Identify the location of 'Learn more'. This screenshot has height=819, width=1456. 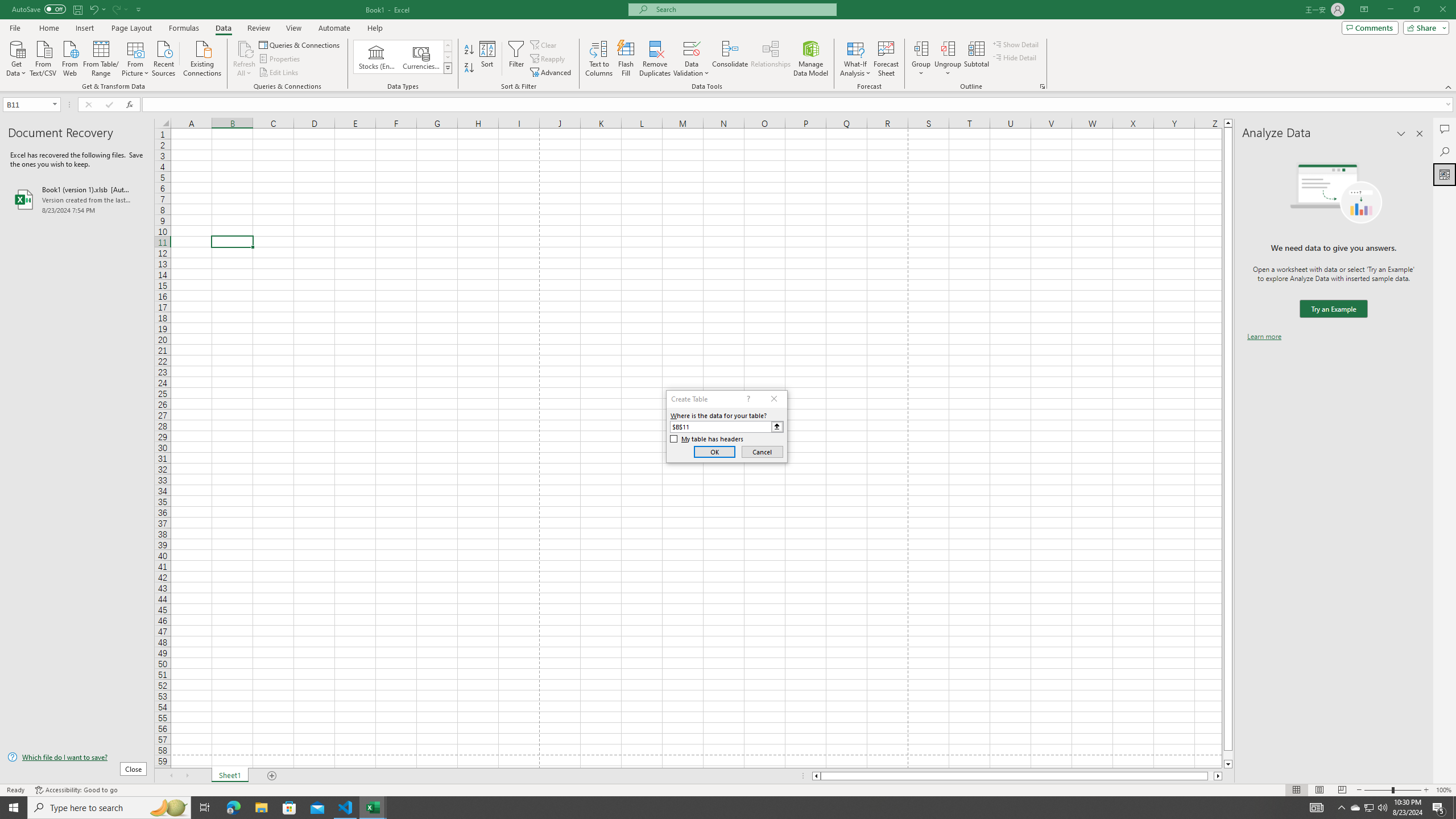
(1264, 336).